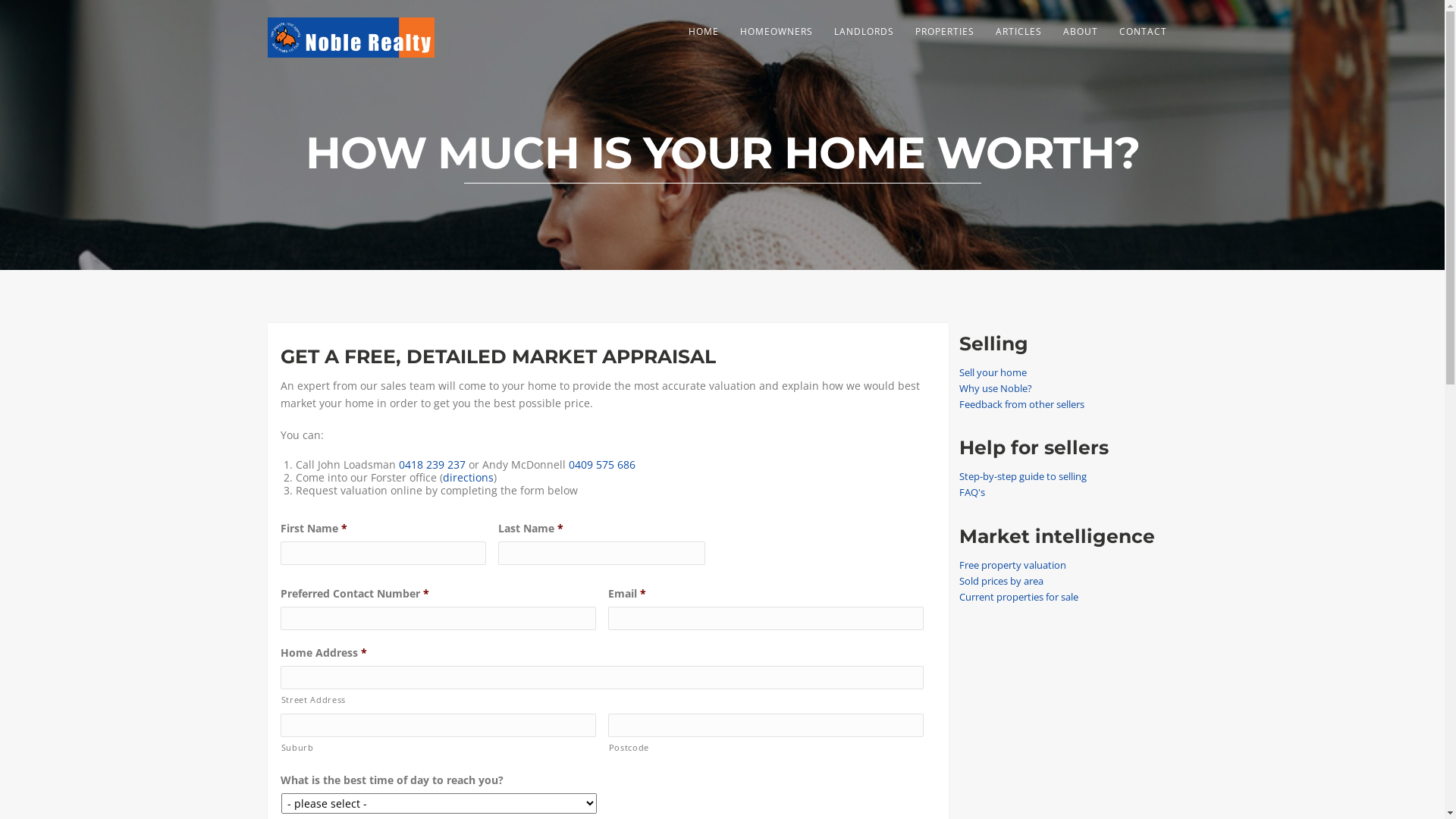 The image size is (1456, 819). I want to click on 'Step-by-step guide to selling', so click(1022, 475).